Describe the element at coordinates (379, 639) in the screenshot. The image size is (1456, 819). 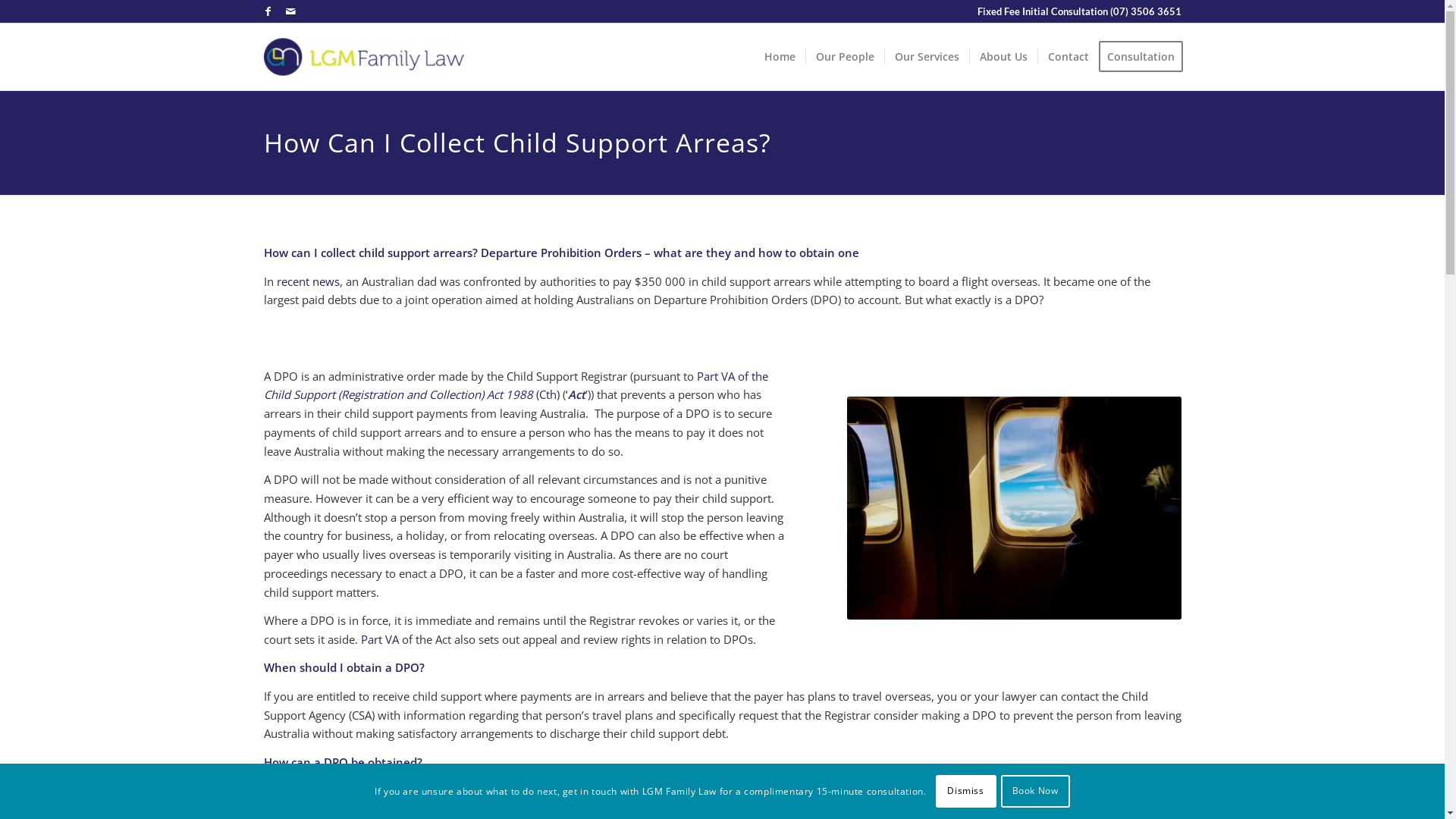
I see `'Part VA'` at that location.